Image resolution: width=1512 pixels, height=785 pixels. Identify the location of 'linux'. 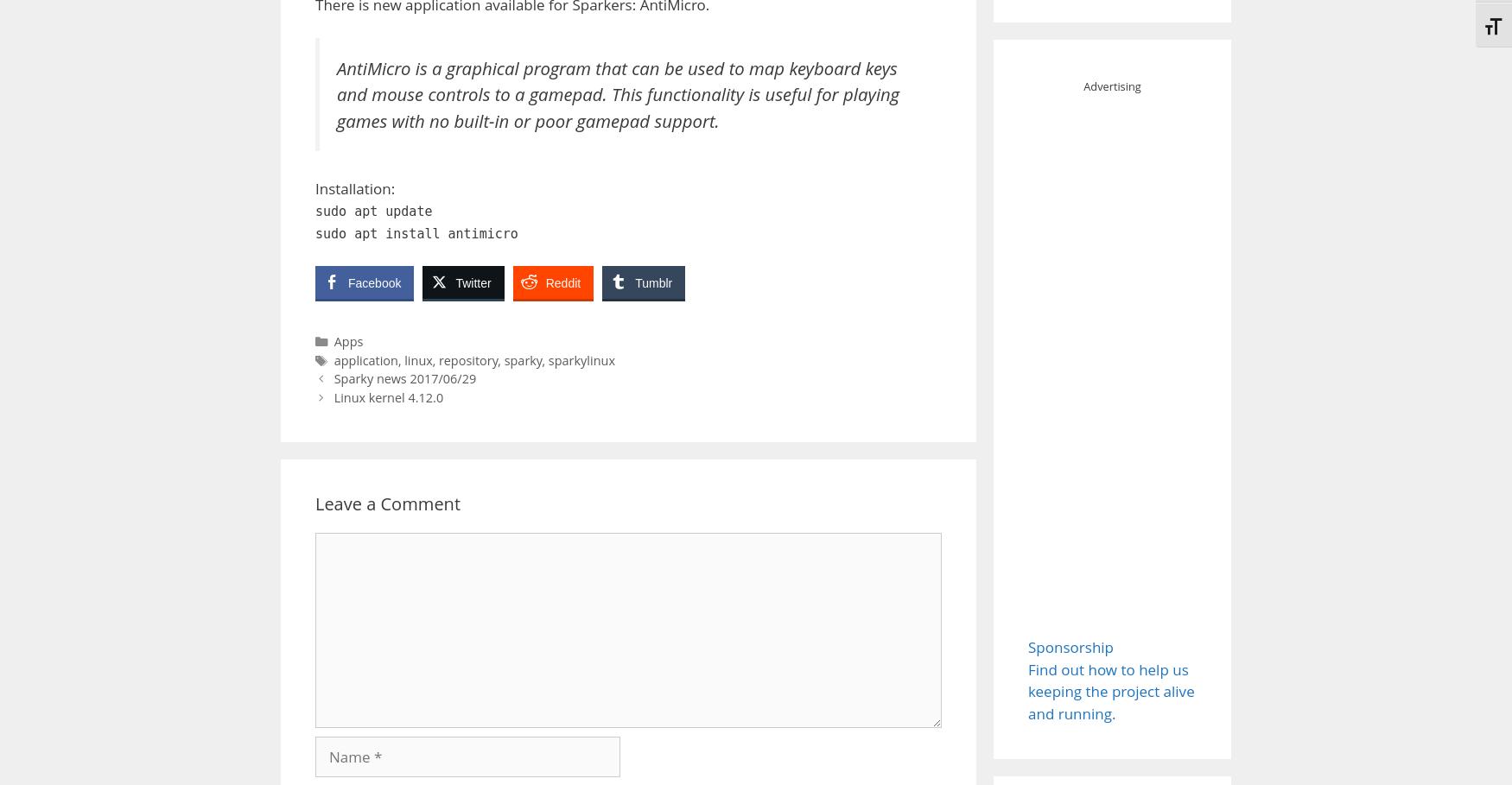
(418, 359).